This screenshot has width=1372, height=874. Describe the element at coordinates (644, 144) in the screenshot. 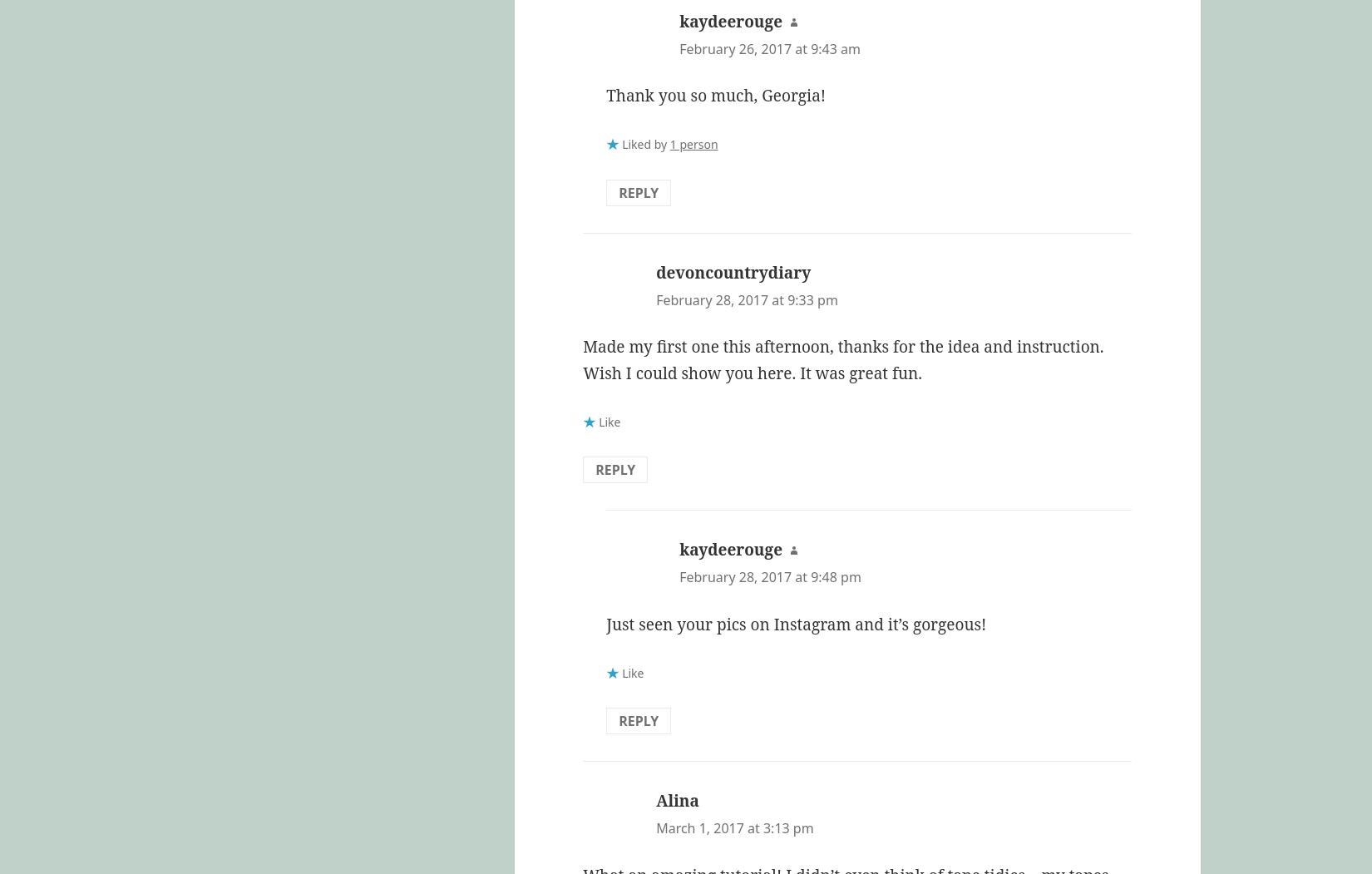

I see `'Liked by'` at that location.